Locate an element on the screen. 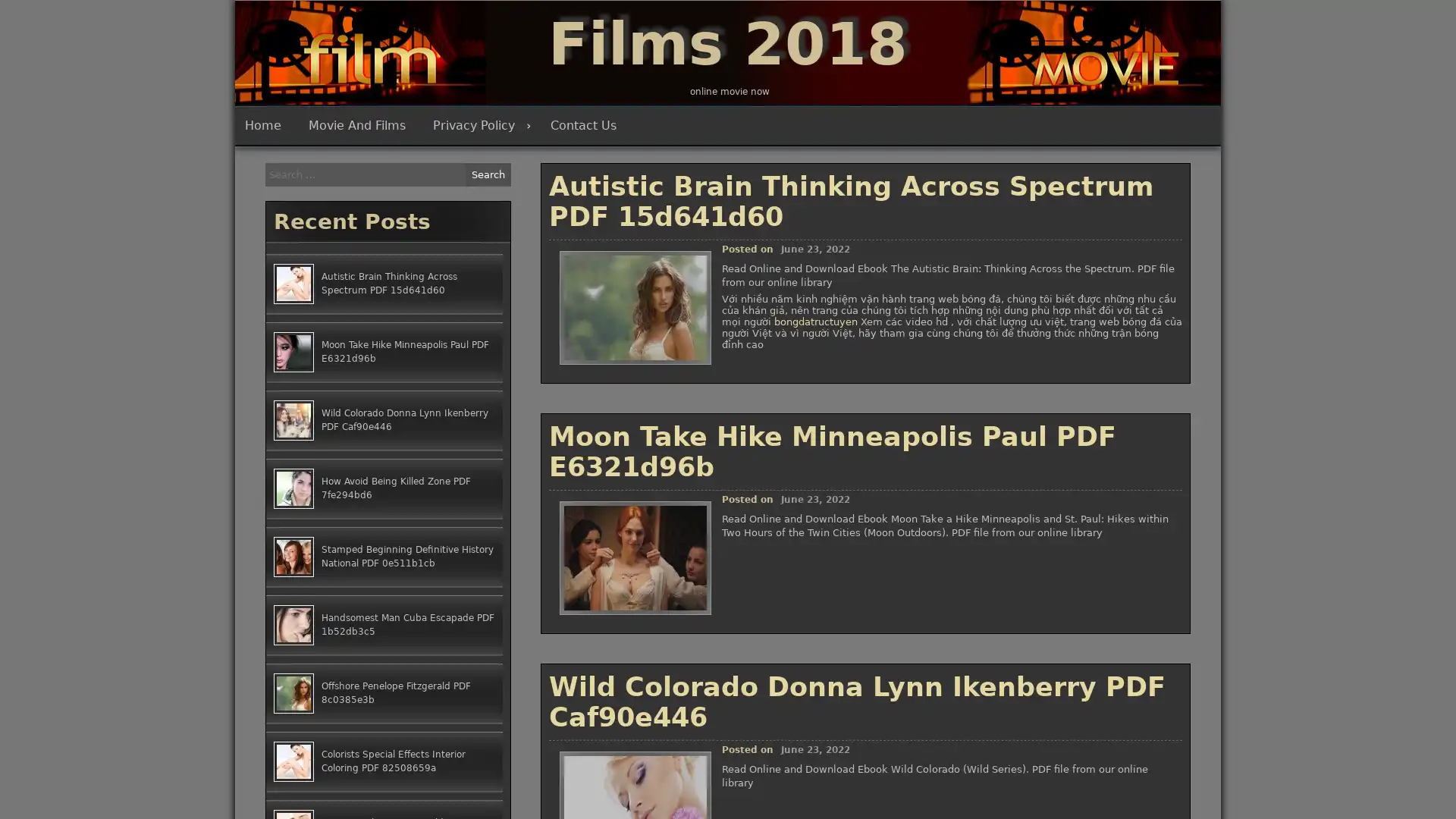  Search is located at coordinates (488, 174).